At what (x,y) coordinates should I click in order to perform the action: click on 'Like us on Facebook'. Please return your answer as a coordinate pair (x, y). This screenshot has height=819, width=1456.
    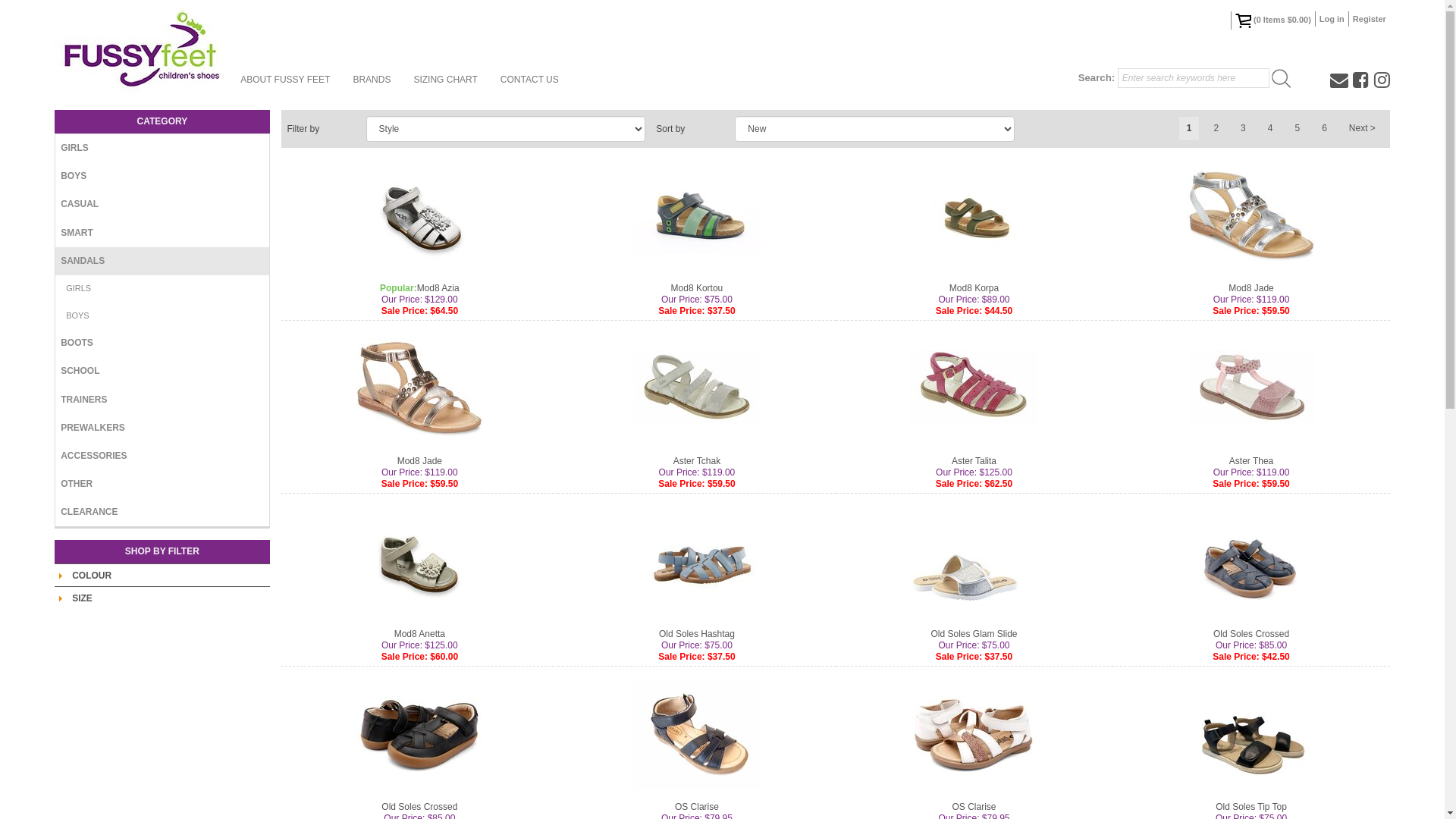
    Looking at the image, I should click on (1353, 79).